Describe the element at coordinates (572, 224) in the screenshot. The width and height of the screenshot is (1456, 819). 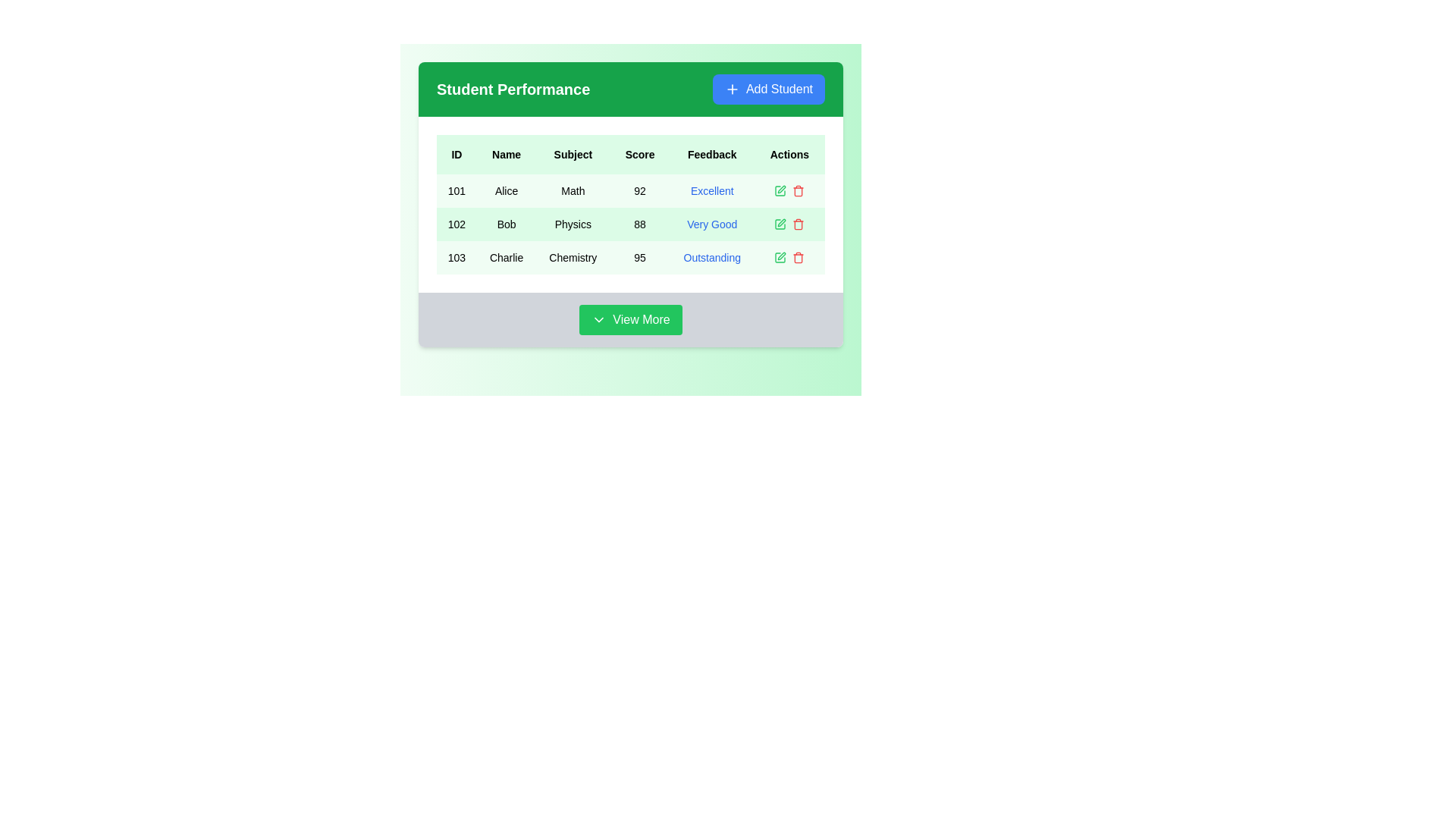
I see `the text label indicating the subject associated with the student performance data for Bob in row ID '102'` at that location.